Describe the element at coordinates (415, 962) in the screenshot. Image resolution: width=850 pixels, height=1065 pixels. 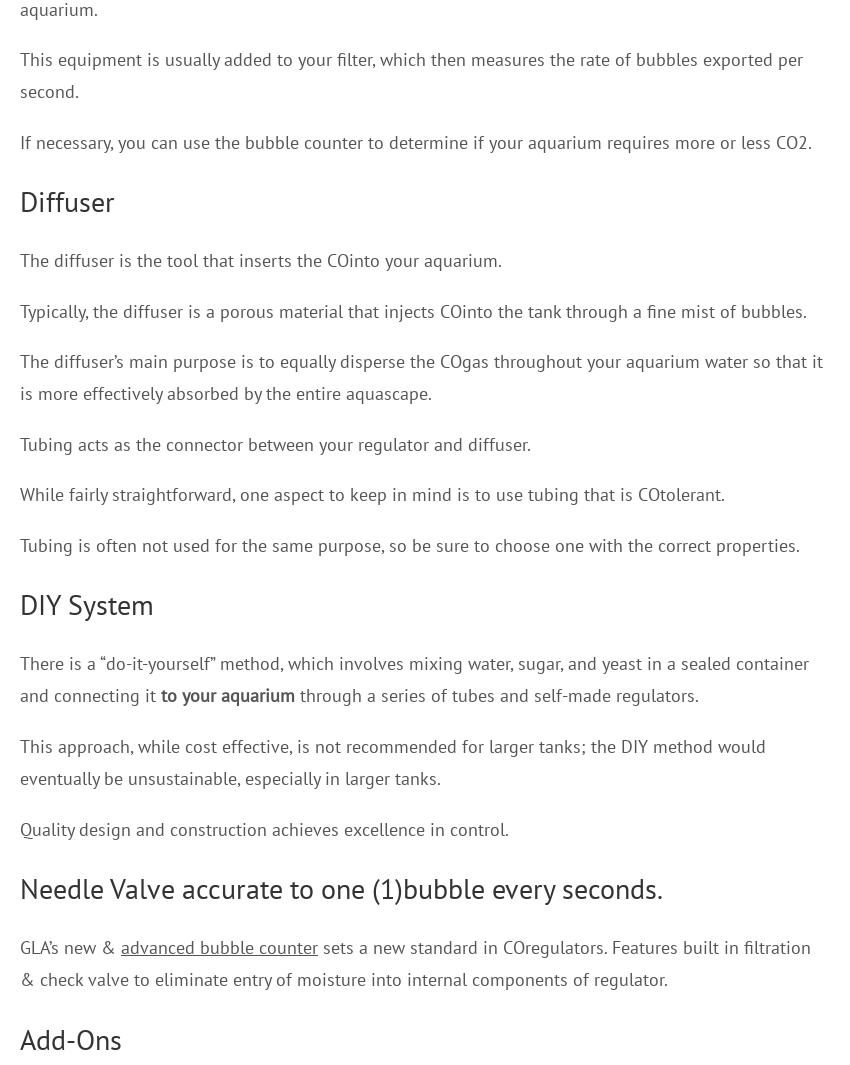
I see `'sets a new standard in COregulators. Features built in filtration & check valve to eliminate entry of moisture into internal components of regulator.'` at that location.